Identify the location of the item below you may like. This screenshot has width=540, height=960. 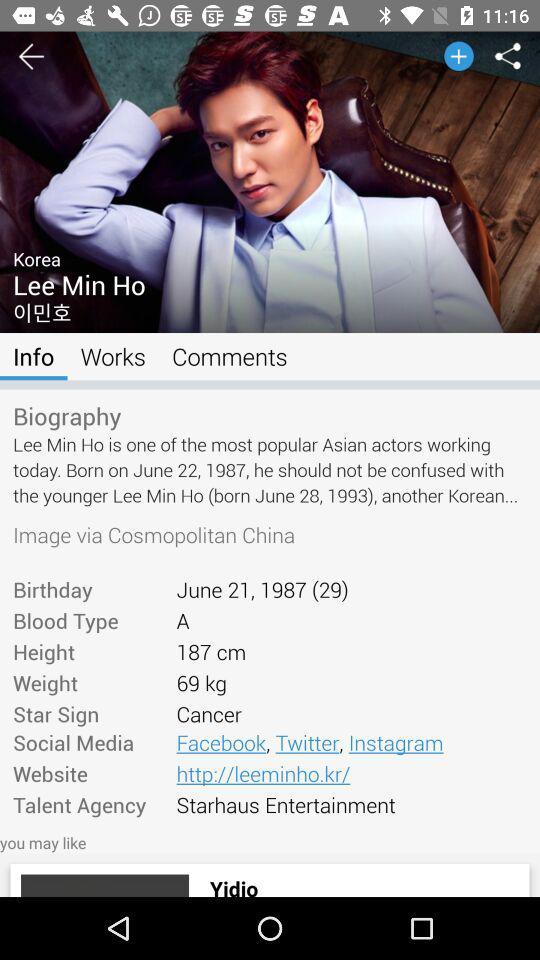
(358, 884).